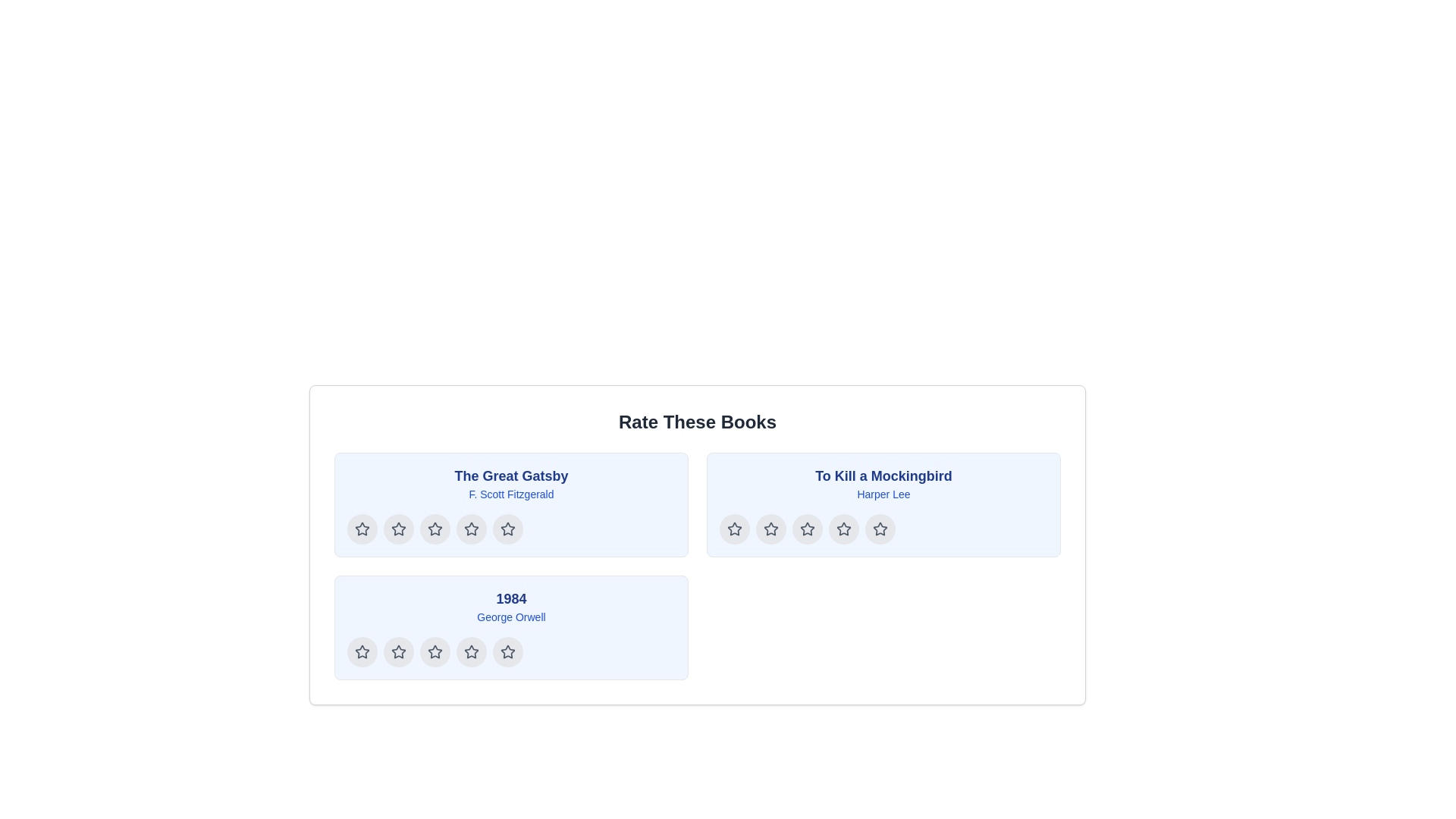  What do you see at coordinates (880, 529) in the screenshot?
I see `the circular button with a grey background and a star icon, located in the third set of buttons under 'To Kill a Mockingbird'` at bounding box center [880, 529].